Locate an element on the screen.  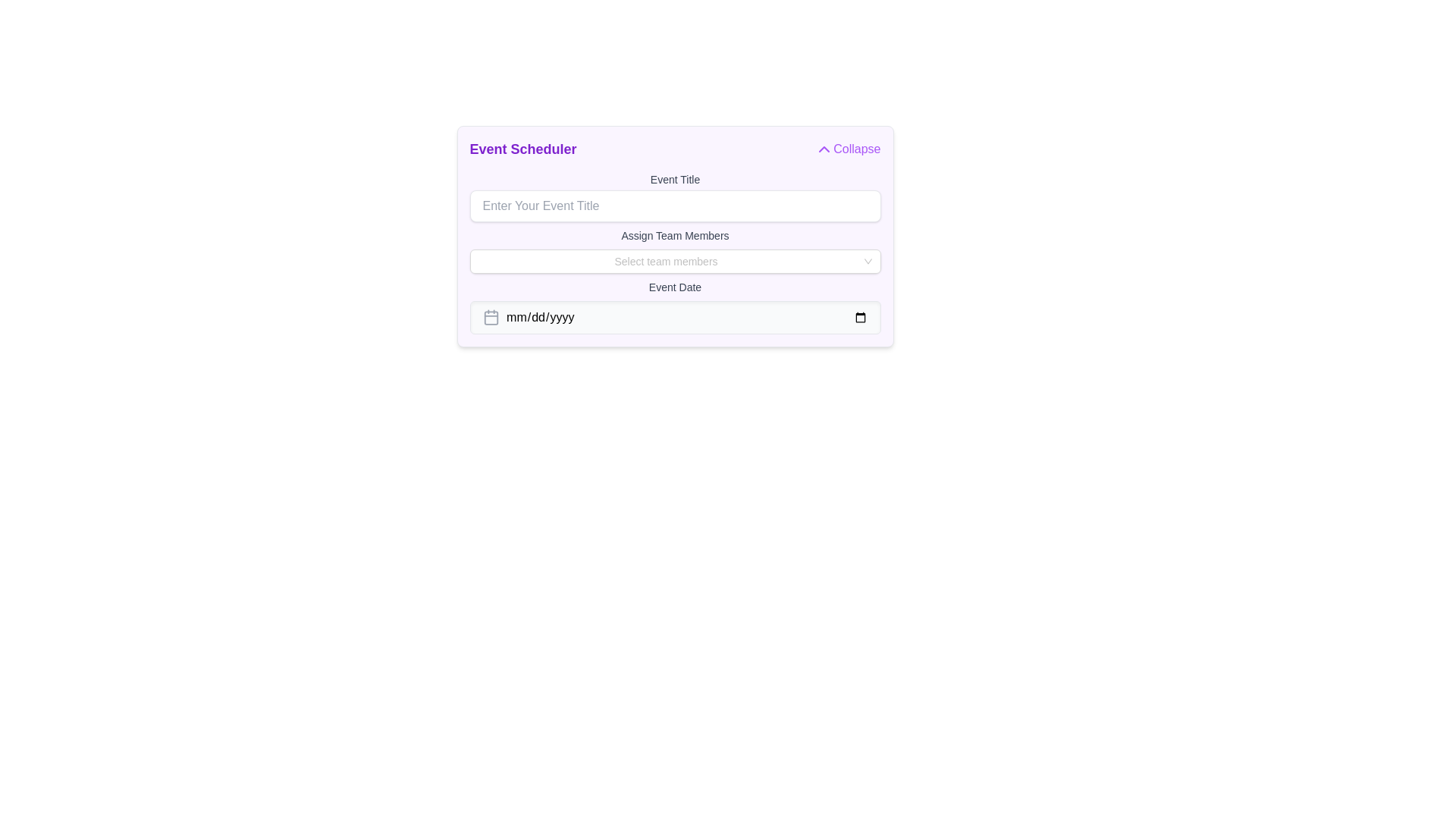
the placeholder text inside the dropdown menu for selecting team members, which prompts users to make a selection is located at coordinates (666, 260).